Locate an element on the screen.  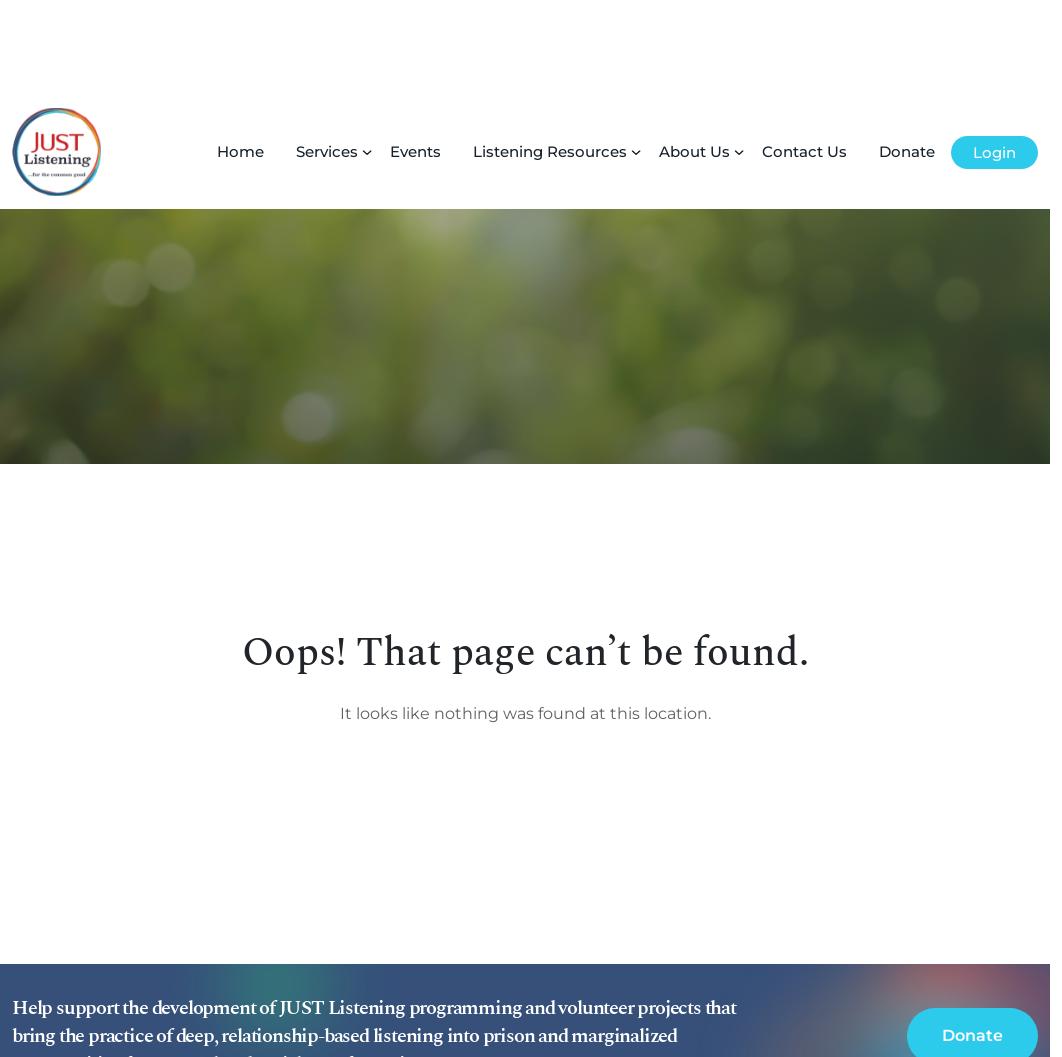
'Listening Resources' is located at coordinates (472, 56).